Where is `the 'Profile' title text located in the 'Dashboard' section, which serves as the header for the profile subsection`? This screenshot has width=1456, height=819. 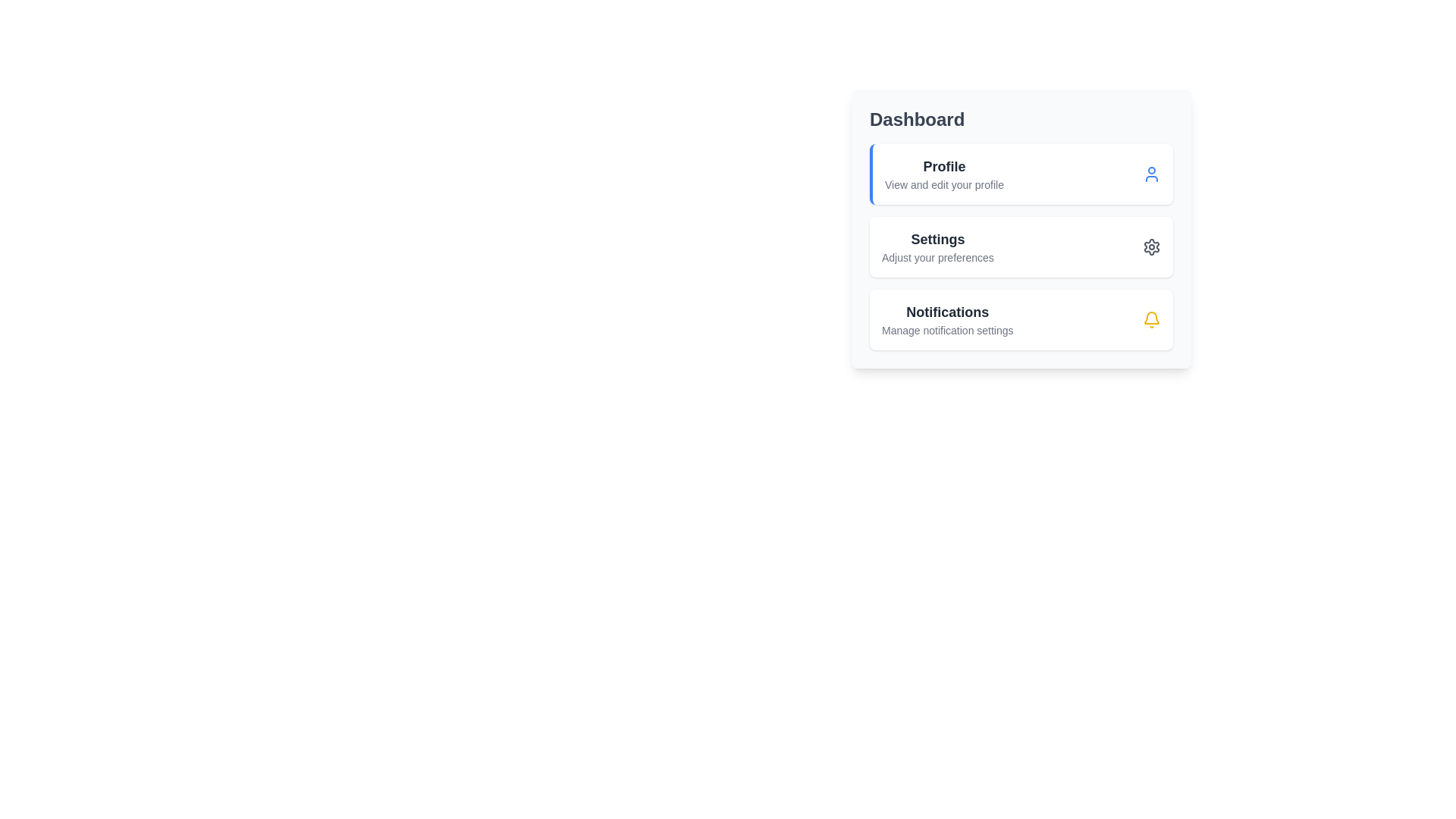 the 'Profile' title text located in the 'Dashboard' section, which serves as the header for the profile subsection is located at coordinates (943, 166).